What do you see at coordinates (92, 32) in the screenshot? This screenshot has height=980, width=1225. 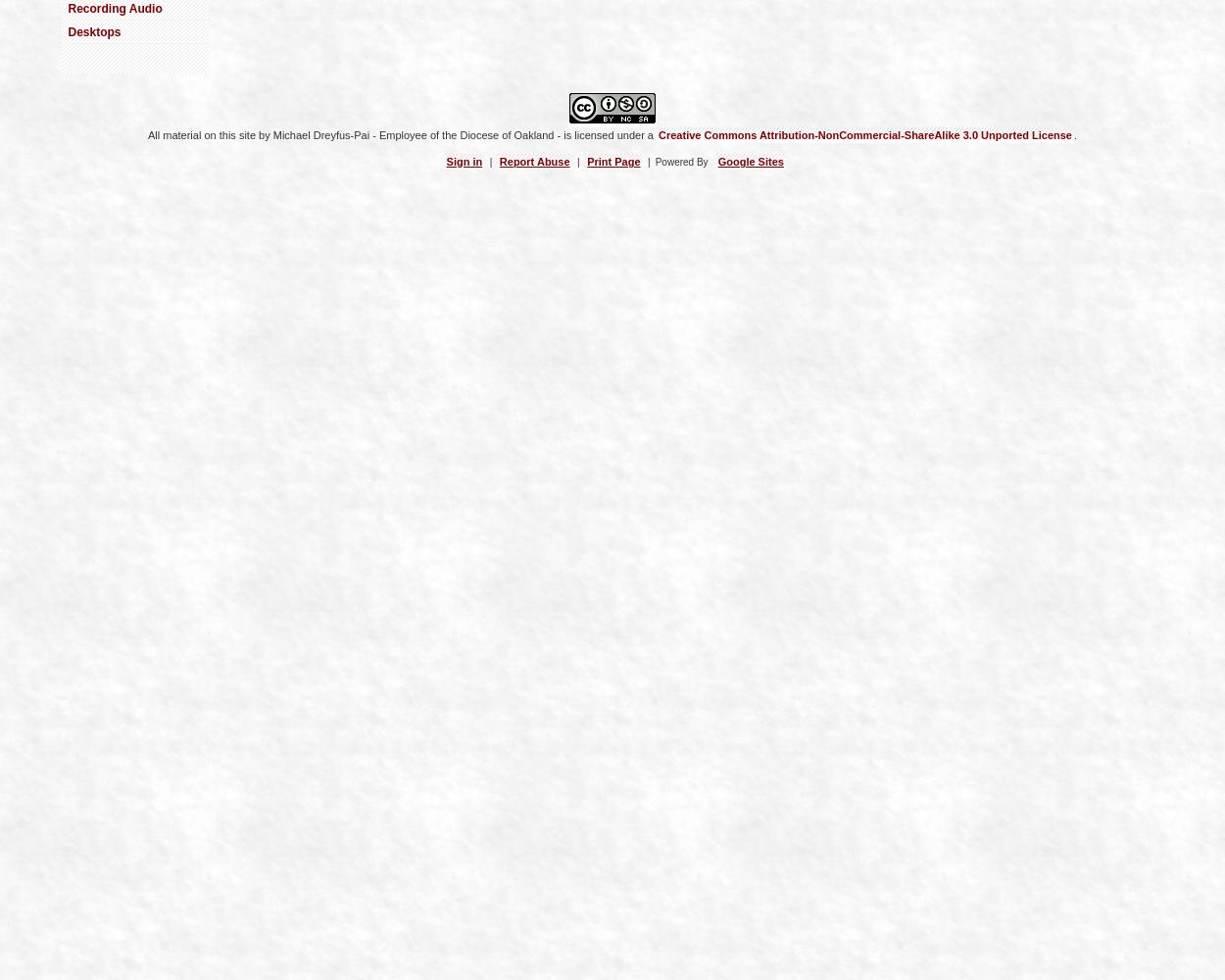 I see `'Desktops'` at bounding box center [92, 32].